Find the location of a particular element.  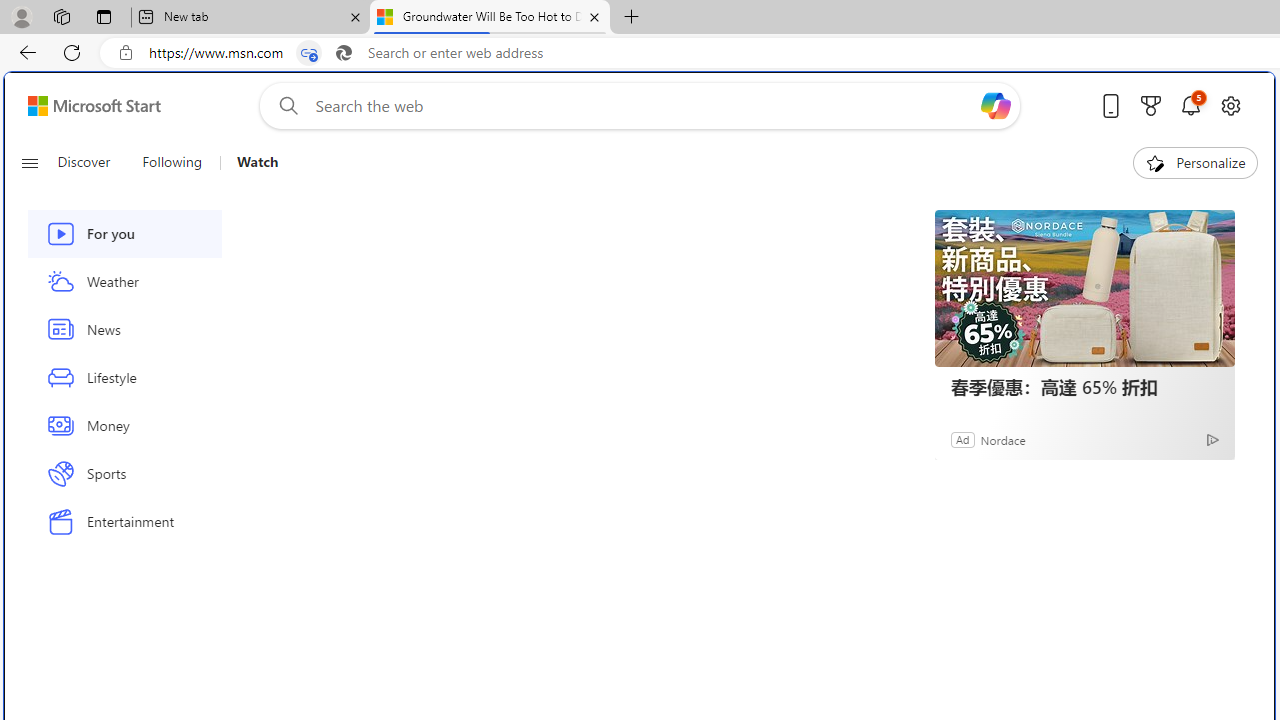

'Skip to content' is located at coordinates (86, 105).